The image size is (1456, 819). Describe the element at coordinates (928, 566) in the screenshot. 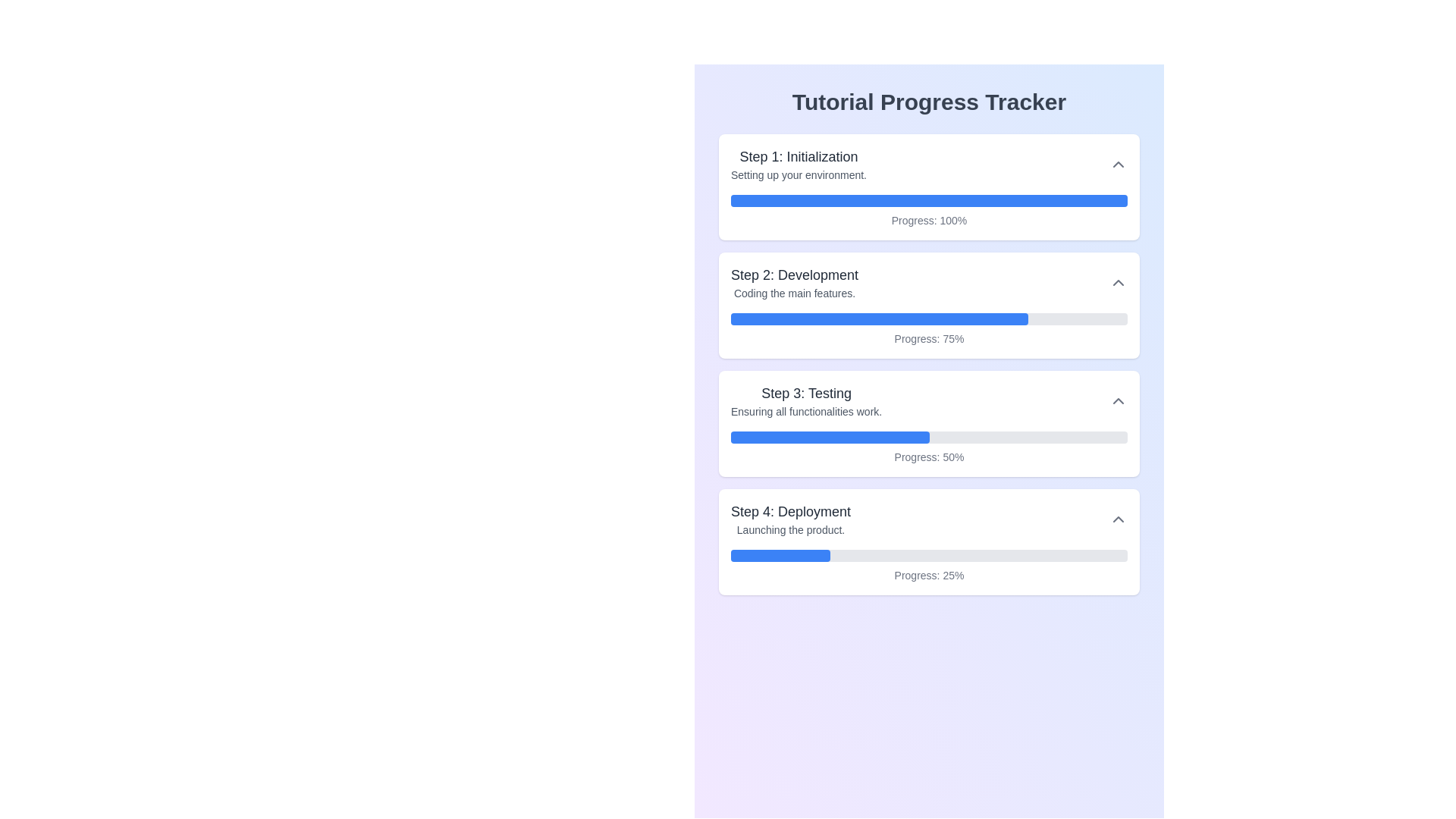

I see `progress text from the progress bar labeled 'Progress: 25%' located below the text 'Launching the product' in the fourth step 'Step 4: Deployment'` at that location.